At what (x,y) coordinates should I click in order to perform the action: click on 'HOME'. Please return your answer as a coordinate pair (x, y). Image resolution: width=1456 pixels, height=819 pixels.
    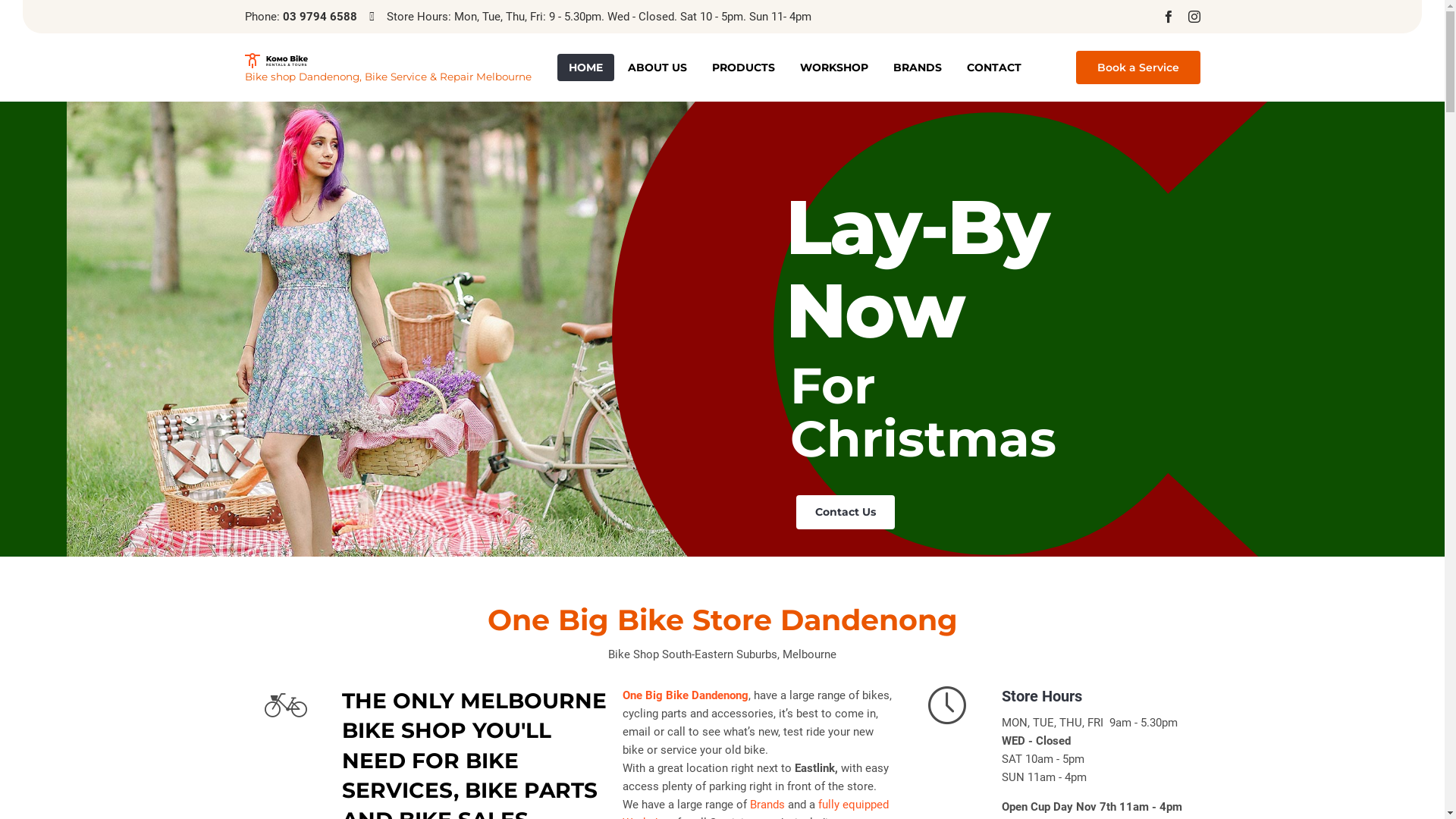
    Looking at the image, I should click on (584, 66).